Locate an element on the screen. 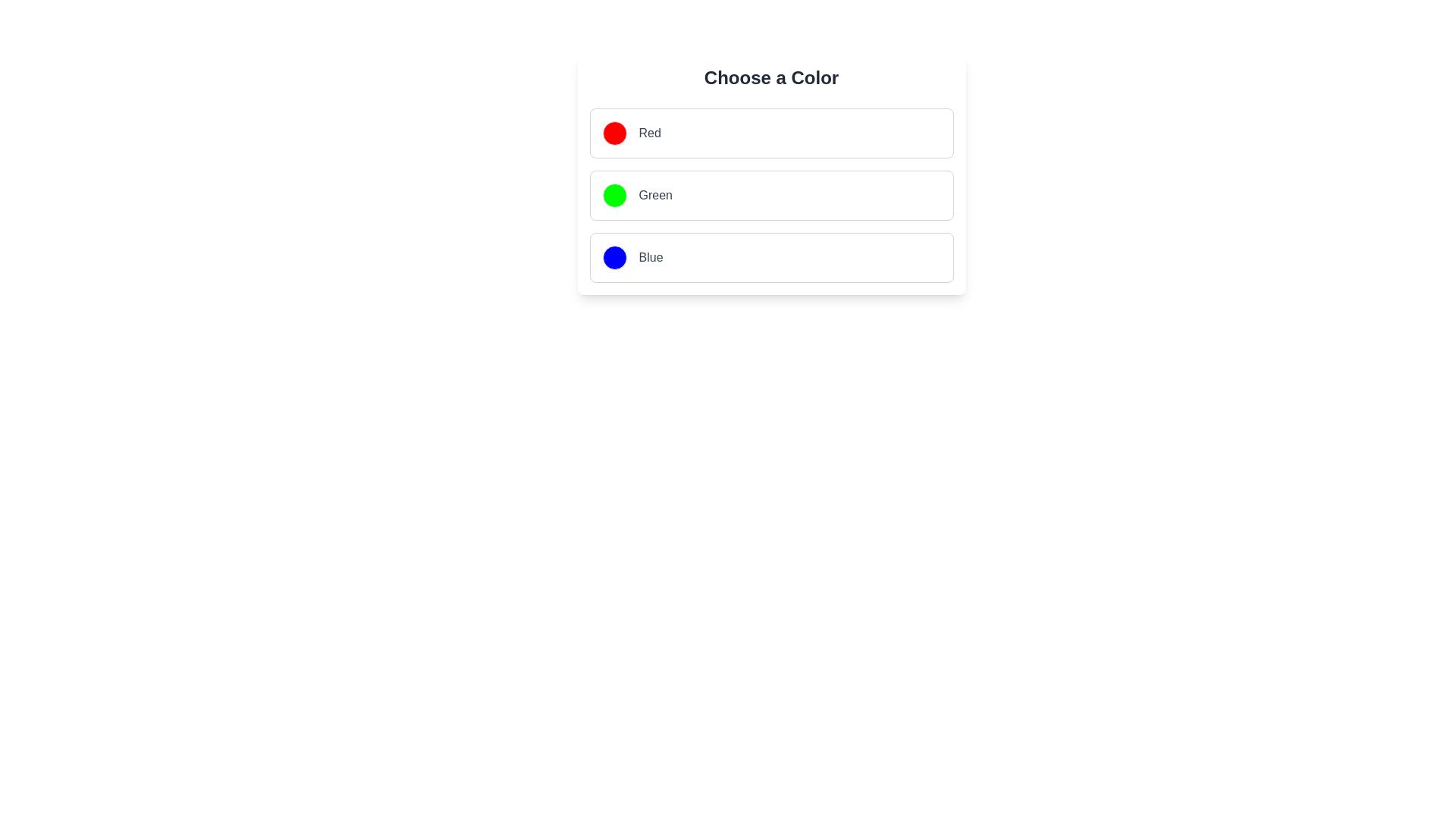 The width and height of the screenshot is (1456, 819). the header text element that reads 'Choose a Color', which is prominently displayed in bold, large font at the top of the color selection interface is located at coordinates (771, 78).